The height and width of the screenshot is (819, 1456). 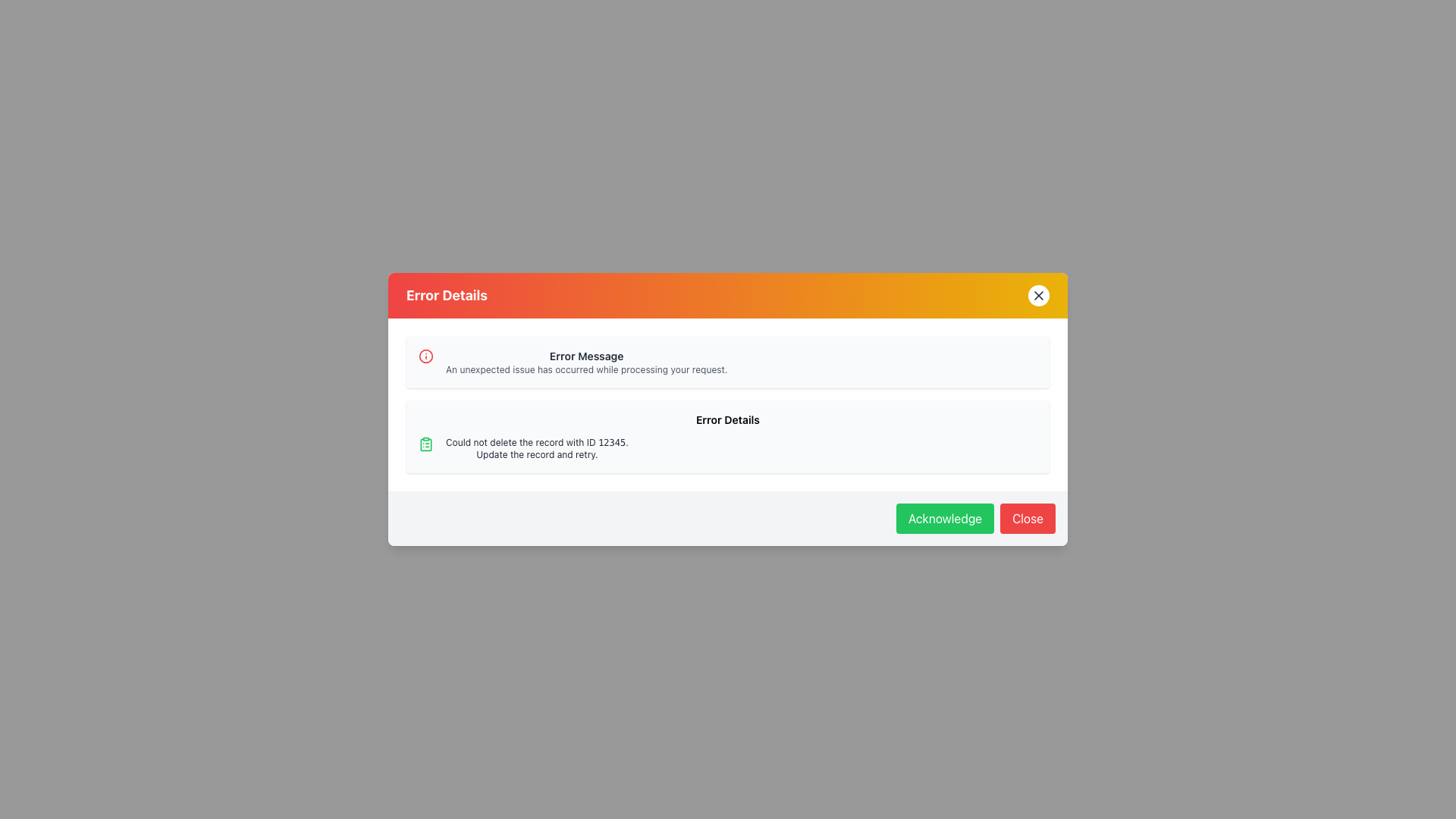 What do you see at coordinates (585, 356) in the screenshot?
I see `text from the 'Error Message' label, which is a bold, small, dark gray text located in the upper section of the 'Error Details' modal` at bounding box center [585, 356].